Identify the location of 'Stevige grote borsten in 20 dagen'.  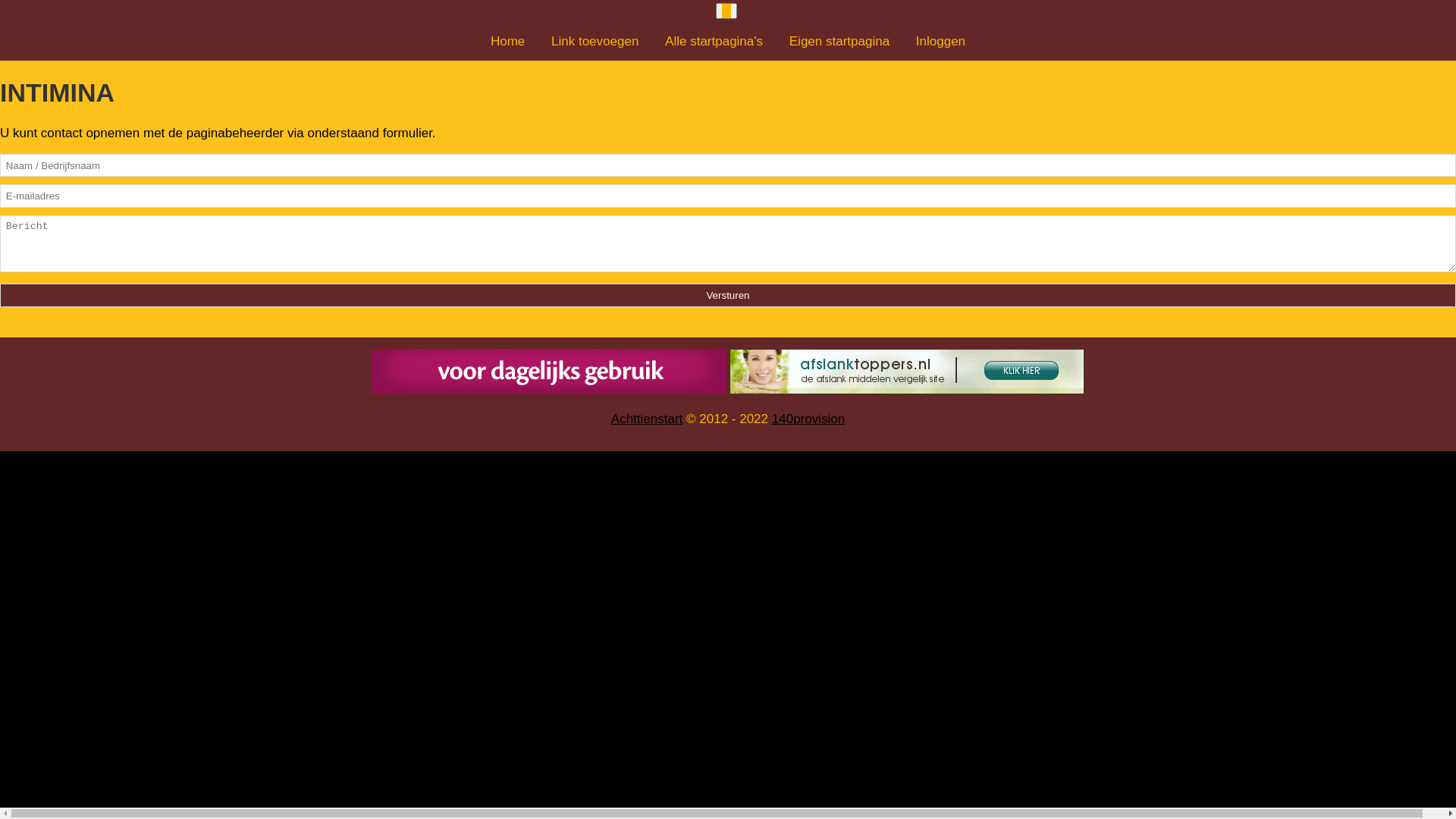
(548, 371).